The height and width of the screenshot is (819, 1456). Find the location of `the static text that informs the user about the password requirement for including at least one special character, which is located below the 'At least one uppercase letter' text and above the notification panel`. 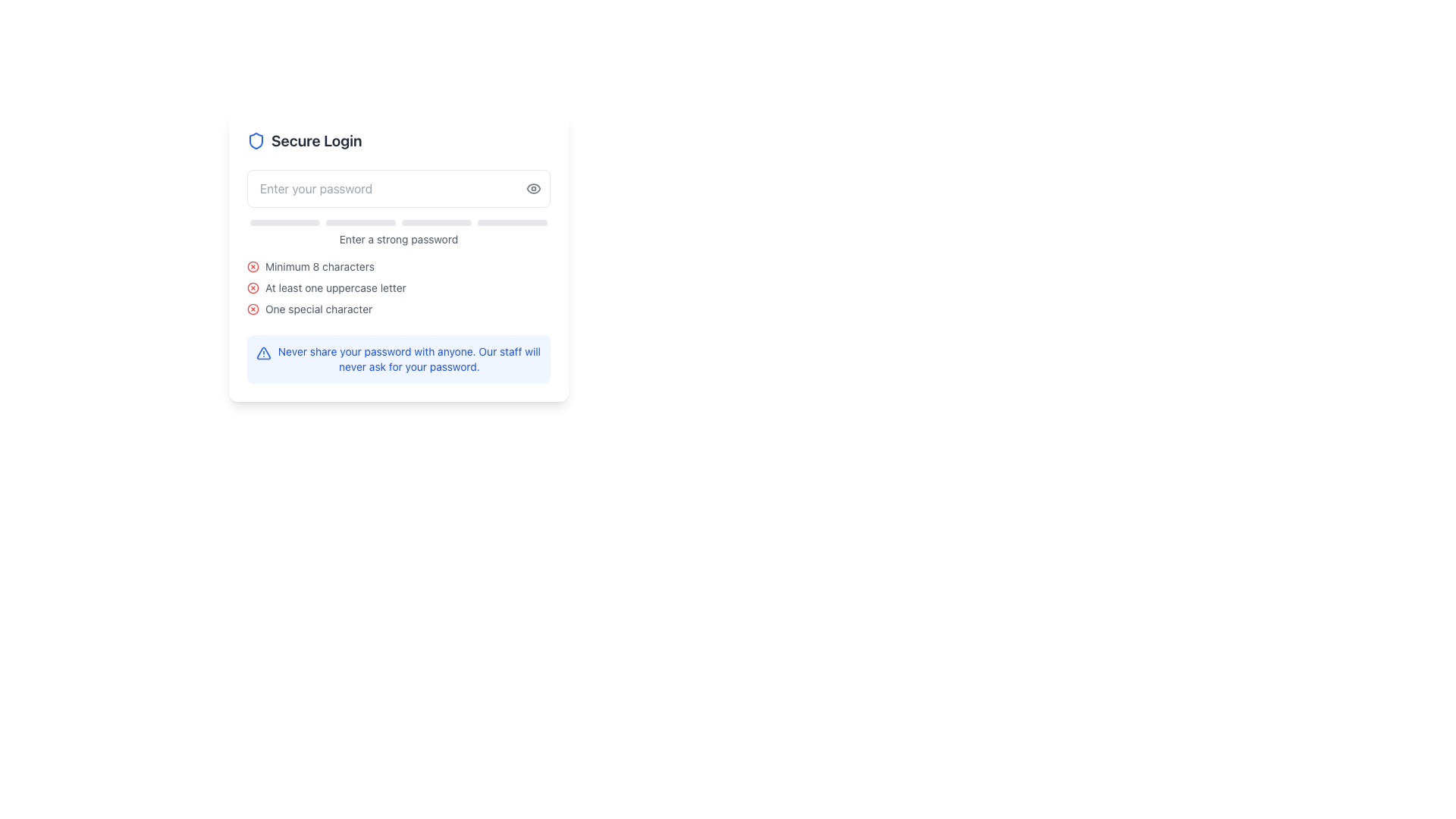

the static text that informs the user about the password requirement for including at least one special character, which is located below the 'At least one uppercase letter' text and above the notification panel is located at coordinates (318, 309).